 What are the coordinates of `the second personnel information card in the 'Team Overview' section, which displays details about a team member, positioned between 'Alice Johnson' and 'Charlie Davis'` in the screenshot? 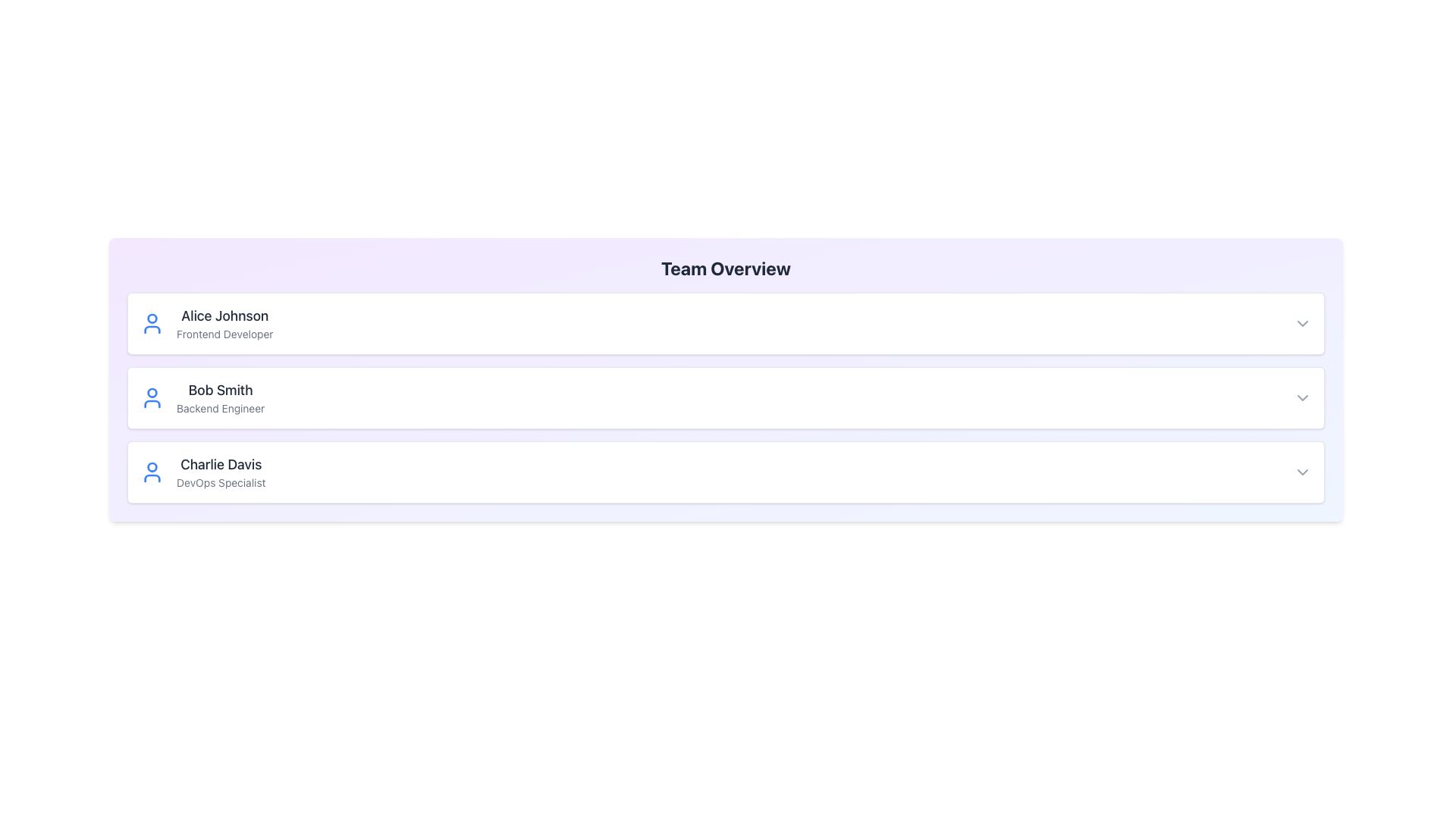 It's located at (202, 397).